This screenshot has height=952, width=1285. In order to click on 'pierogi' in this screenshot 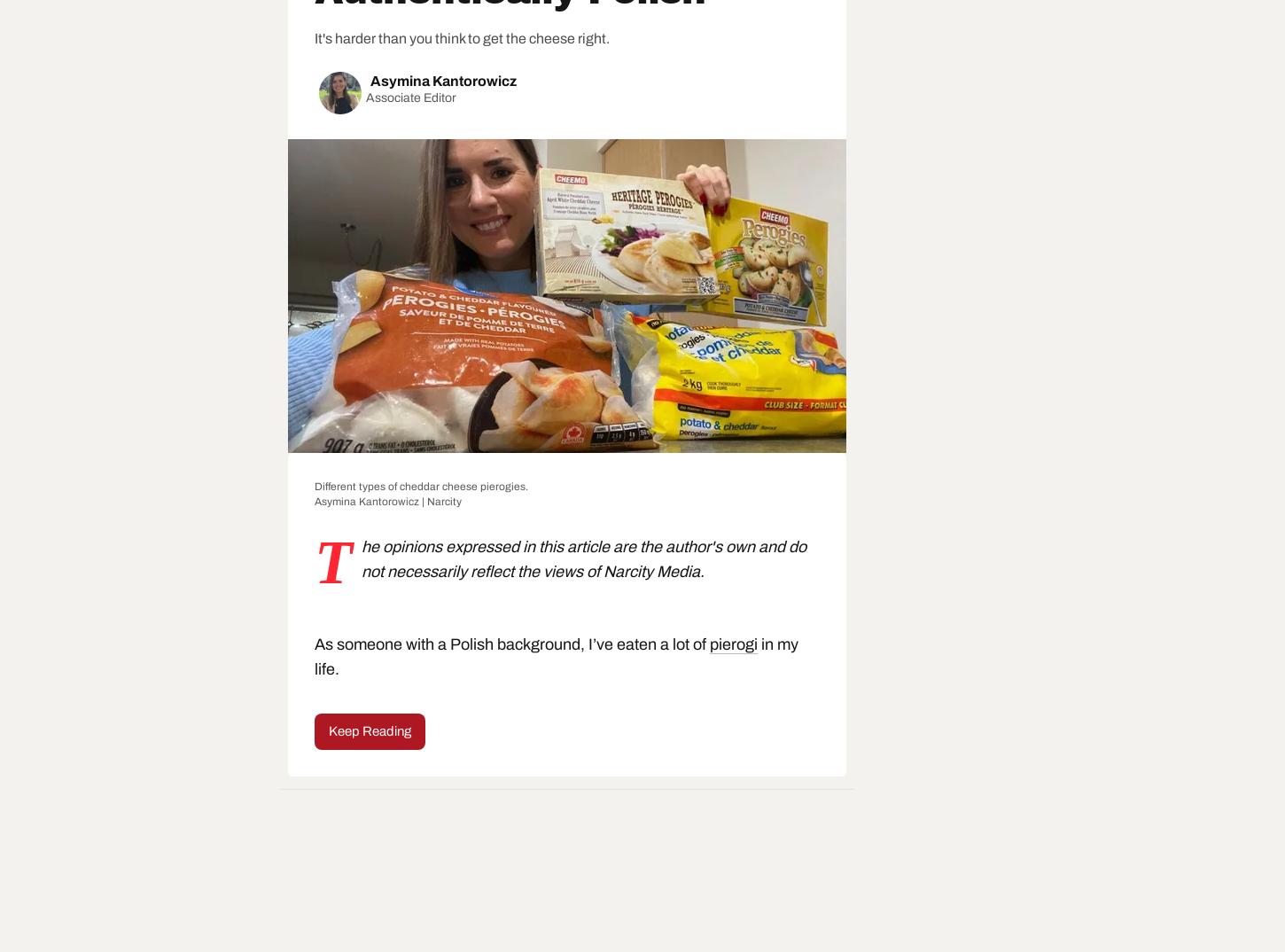, I will do `click(733, 644)`.